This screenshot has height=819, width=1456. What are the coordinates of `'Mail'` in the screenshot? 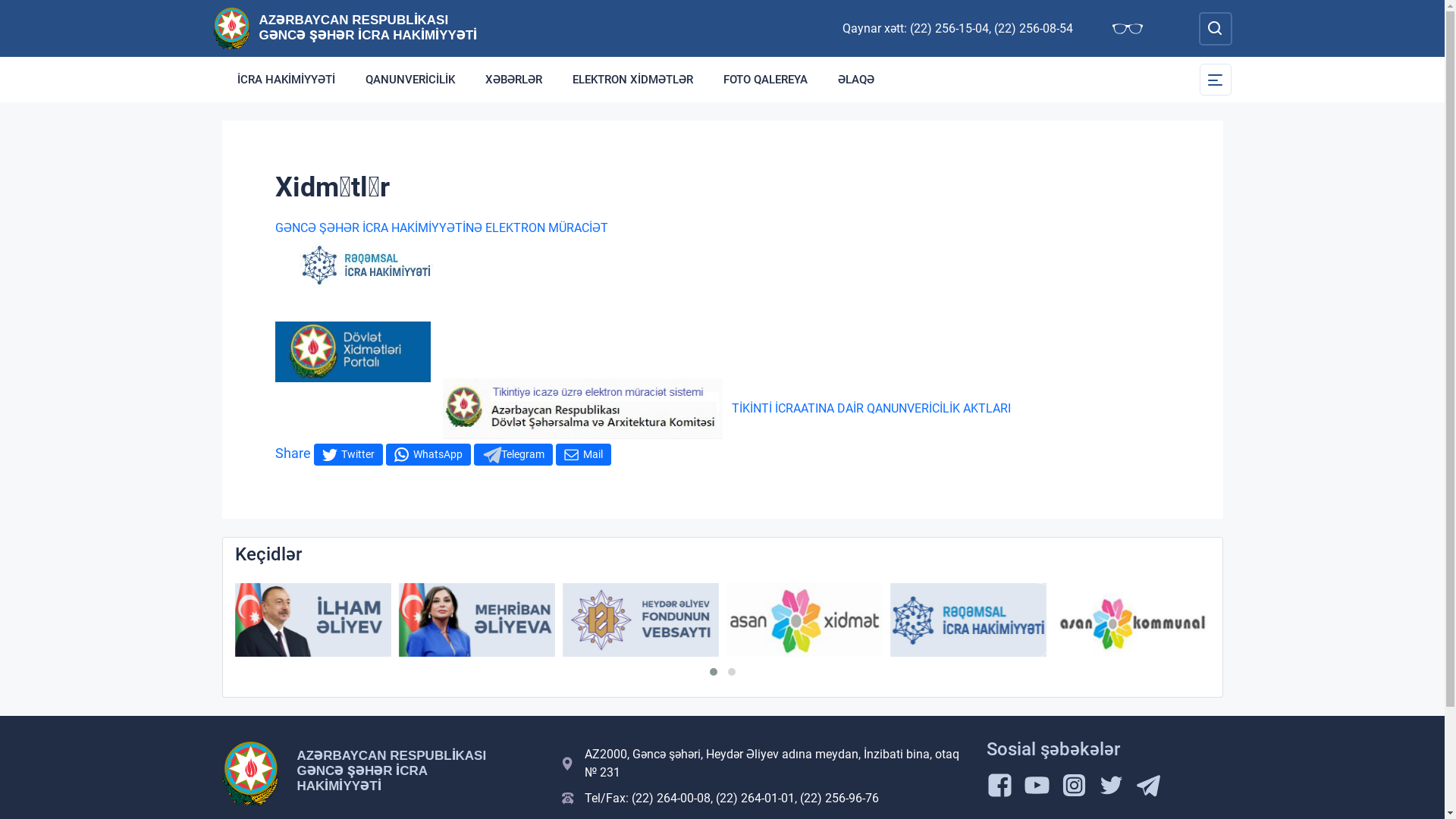 It's located at (554, 453).